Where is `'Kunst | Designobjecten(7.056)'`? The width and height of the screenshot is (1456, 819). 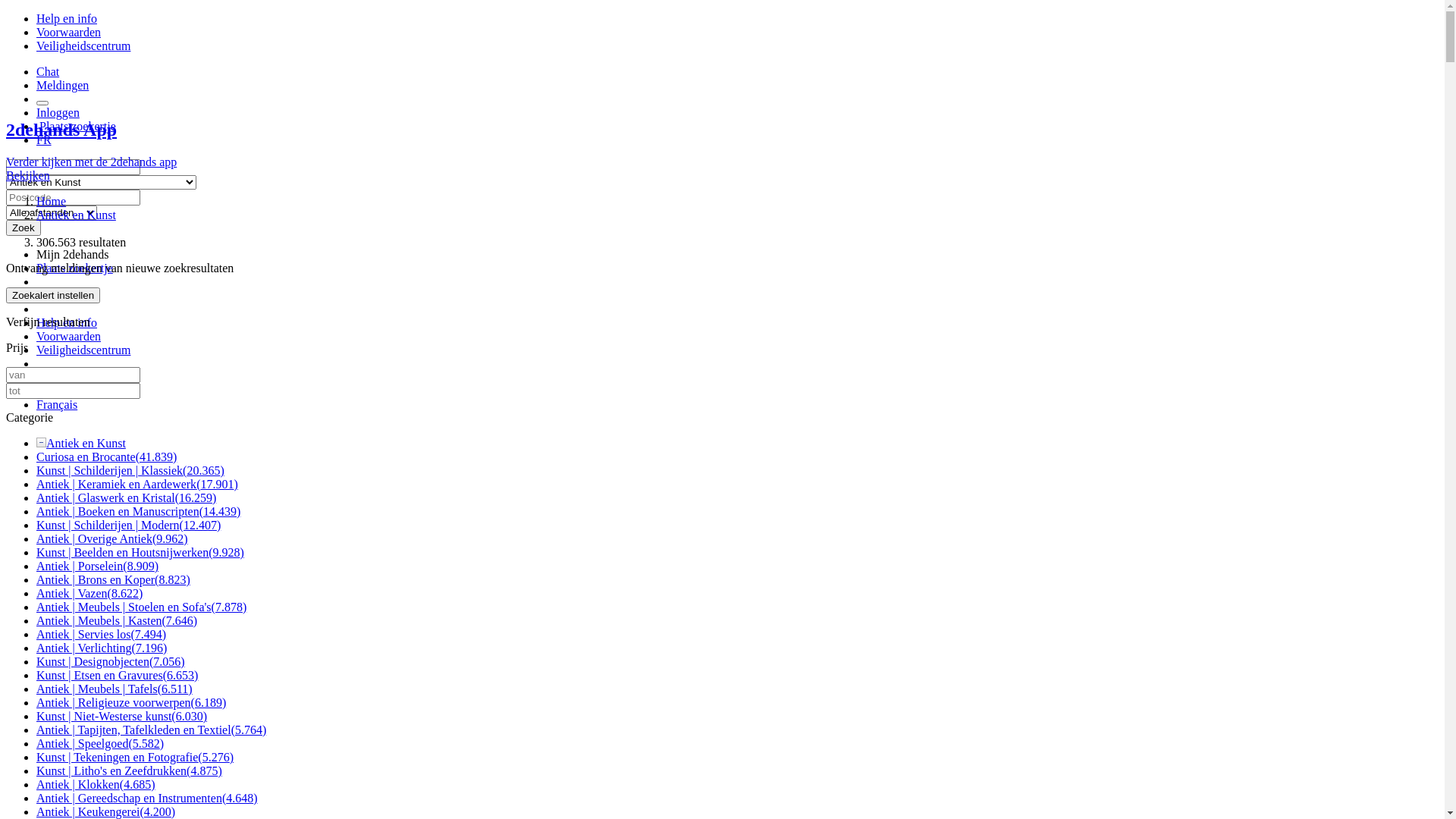
'Kunst | Designobjecten(7.056)' is located at coordinates (36, 661).